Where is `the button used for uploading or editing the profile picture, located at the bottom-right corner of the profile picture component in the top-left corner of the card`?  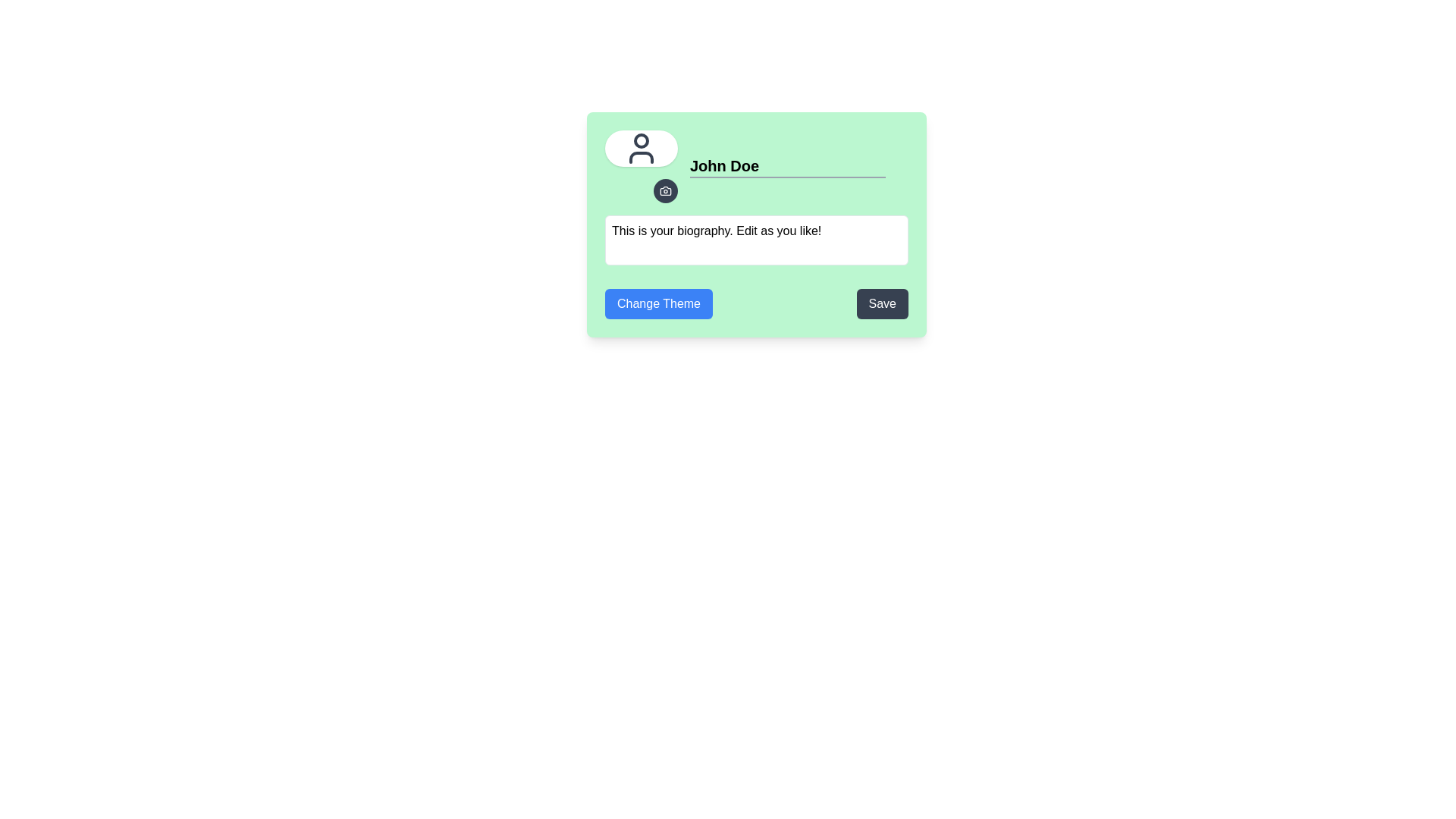 the button used for uploading or editing the profile picture, located at the bottom-right corner of the profile picture component in the top-left corner of the card is located at coordinates (666, 190).